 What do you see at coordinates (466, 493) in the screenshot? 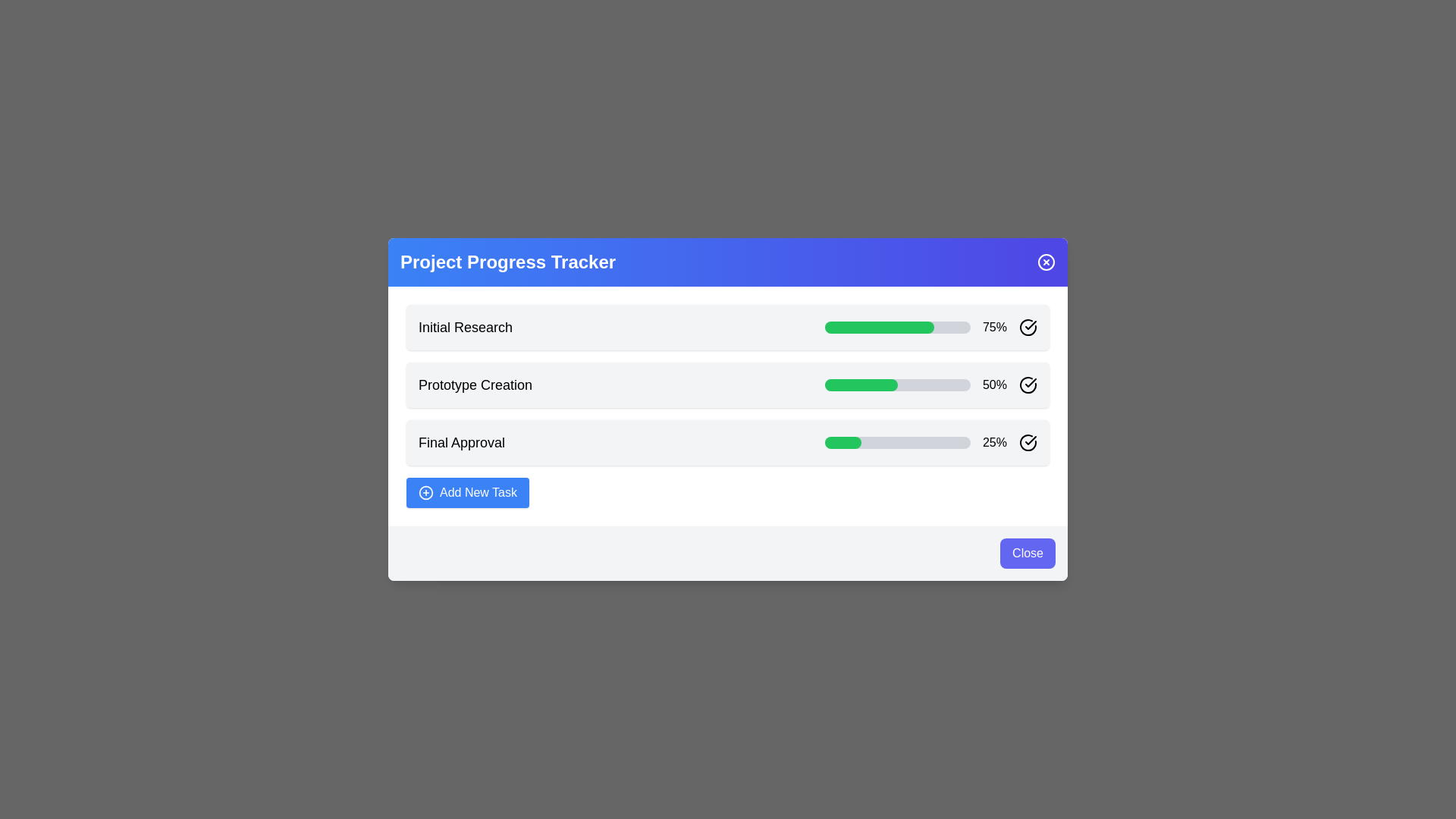
I see `the rectangular button labeled 'Add New Task' with a blue background and a plus sign icon` at bounding box center [466, 493].